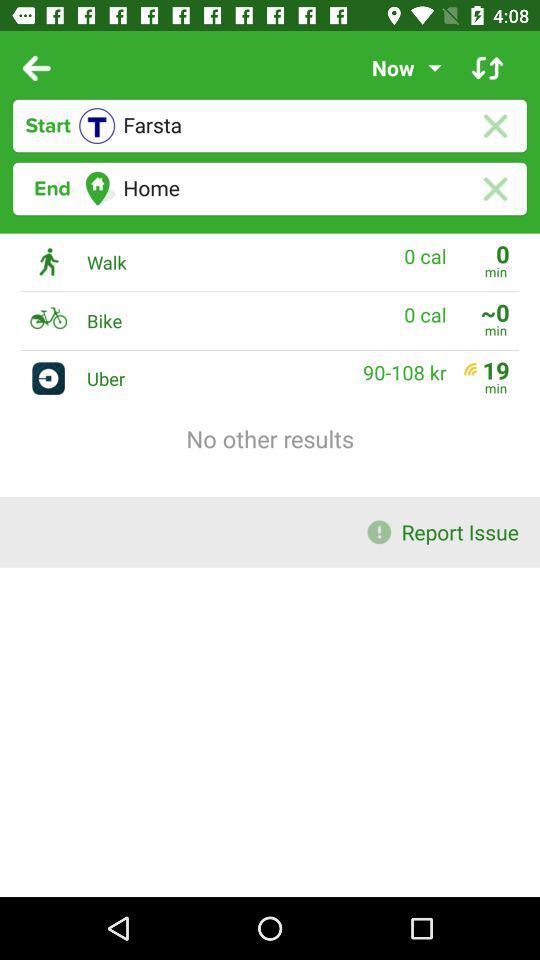 The height and width of the screenshot is (960, 540). Describe the element at coordinates (486, 68) in the screenshot. I see `refresh` at that location.